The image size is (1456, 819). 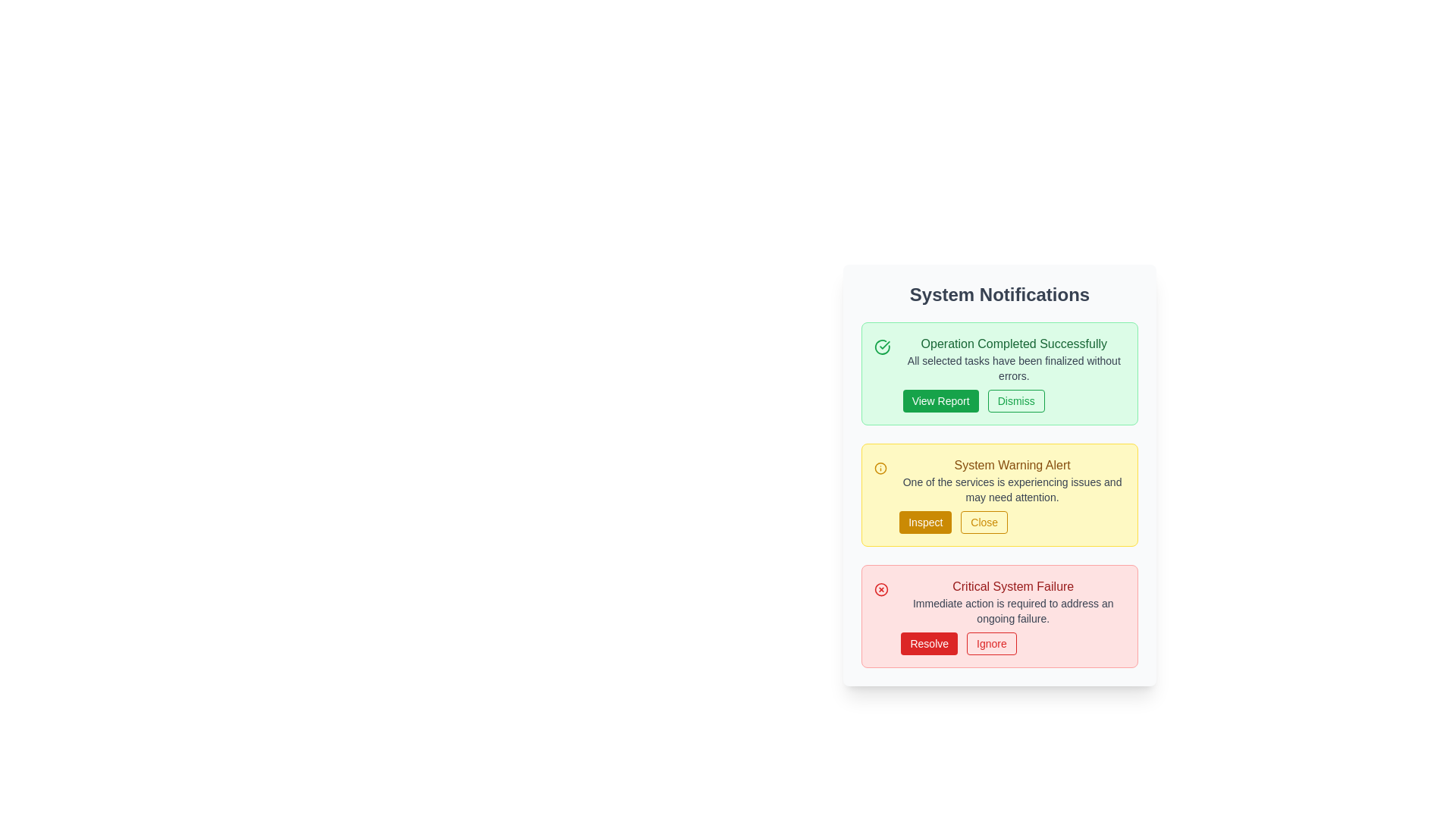 What do you see at coordinates (991, 643) in the screenshot?
I see `the second button in the 'Critical System Failure' alert notification panel` at bounding box center [991, 643].